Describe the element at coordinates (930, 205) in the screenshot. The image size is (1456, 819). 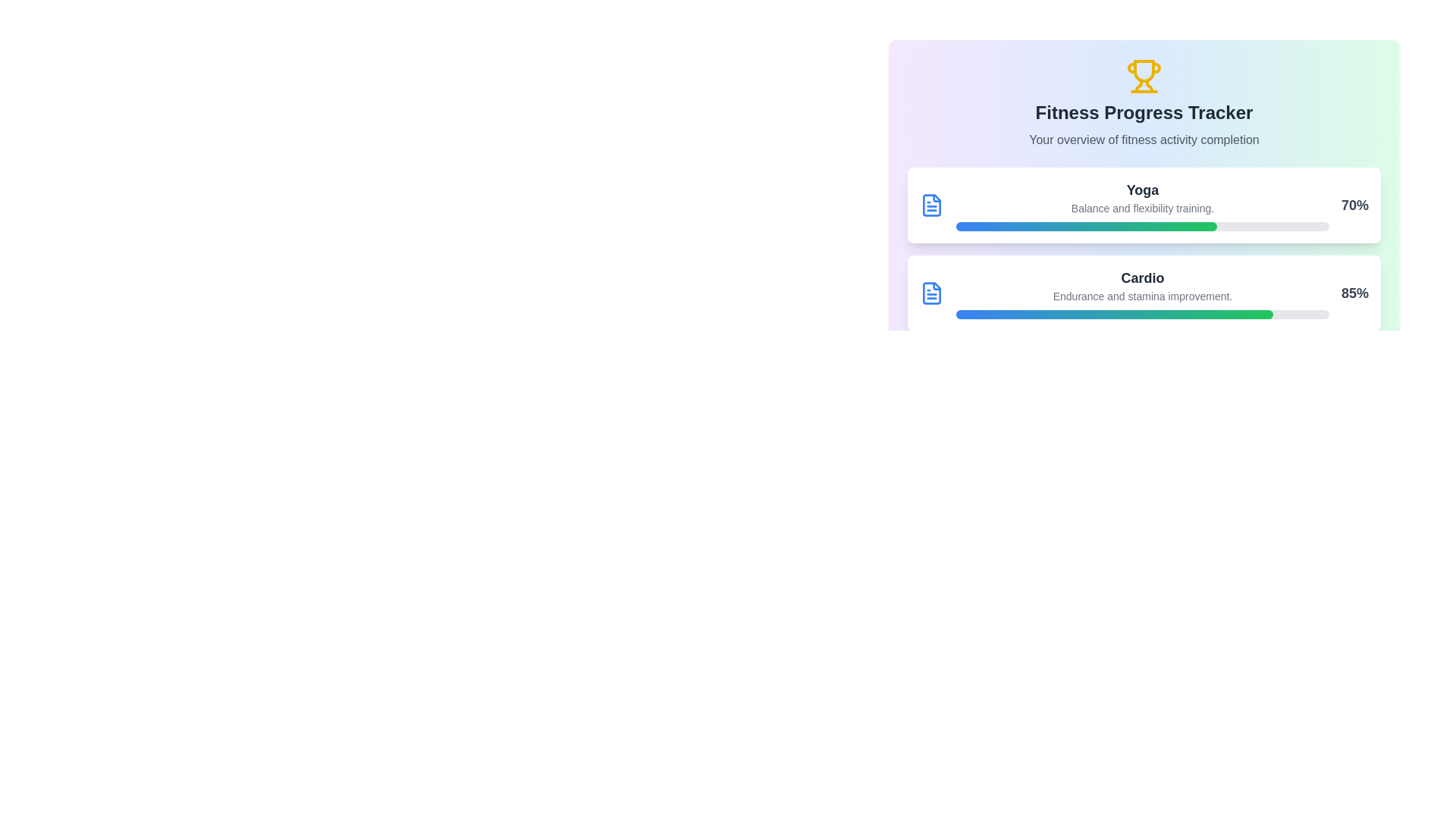
I see `the document icon located in the top-left corner of the 'Yoga' card, which represents textual data related to balance and flexibility training` at that location.